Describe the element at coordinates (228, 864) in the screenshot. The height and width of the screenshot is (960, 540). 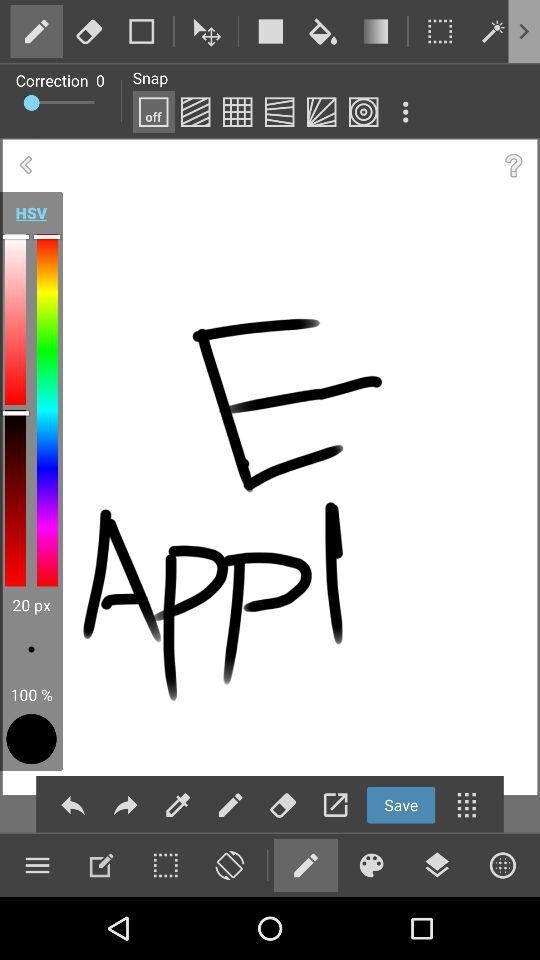
I see `the fourth icon from bottom row` at that location.